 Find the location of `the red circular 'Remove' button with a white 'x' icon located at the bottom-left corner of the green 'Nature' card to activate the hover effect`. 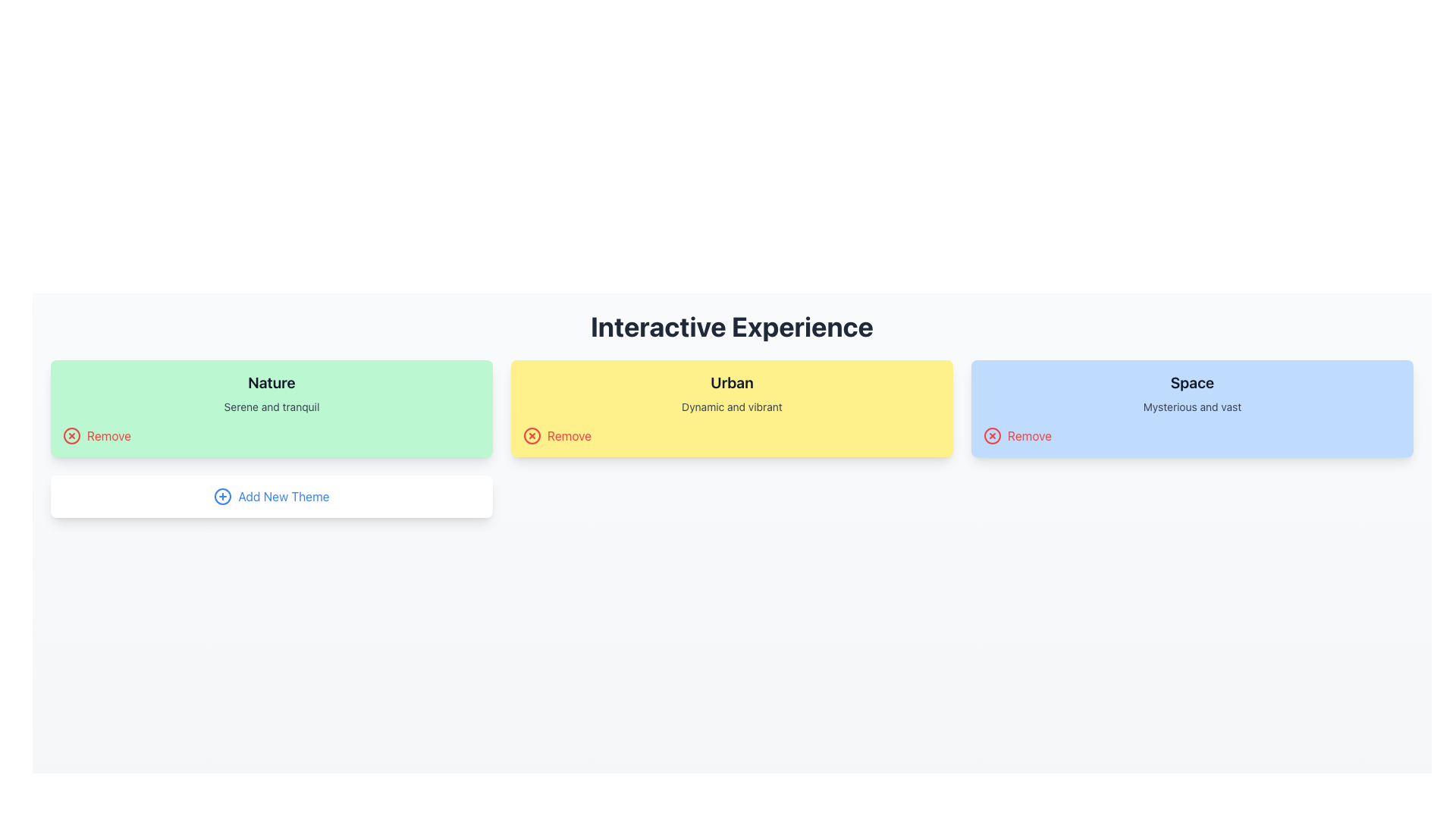

the red circular 'Remove' button with a white 'x' icon located at the bottom-left corner of the green 'Nature' card to activate the hover effect is located at coordinates (96, 435).